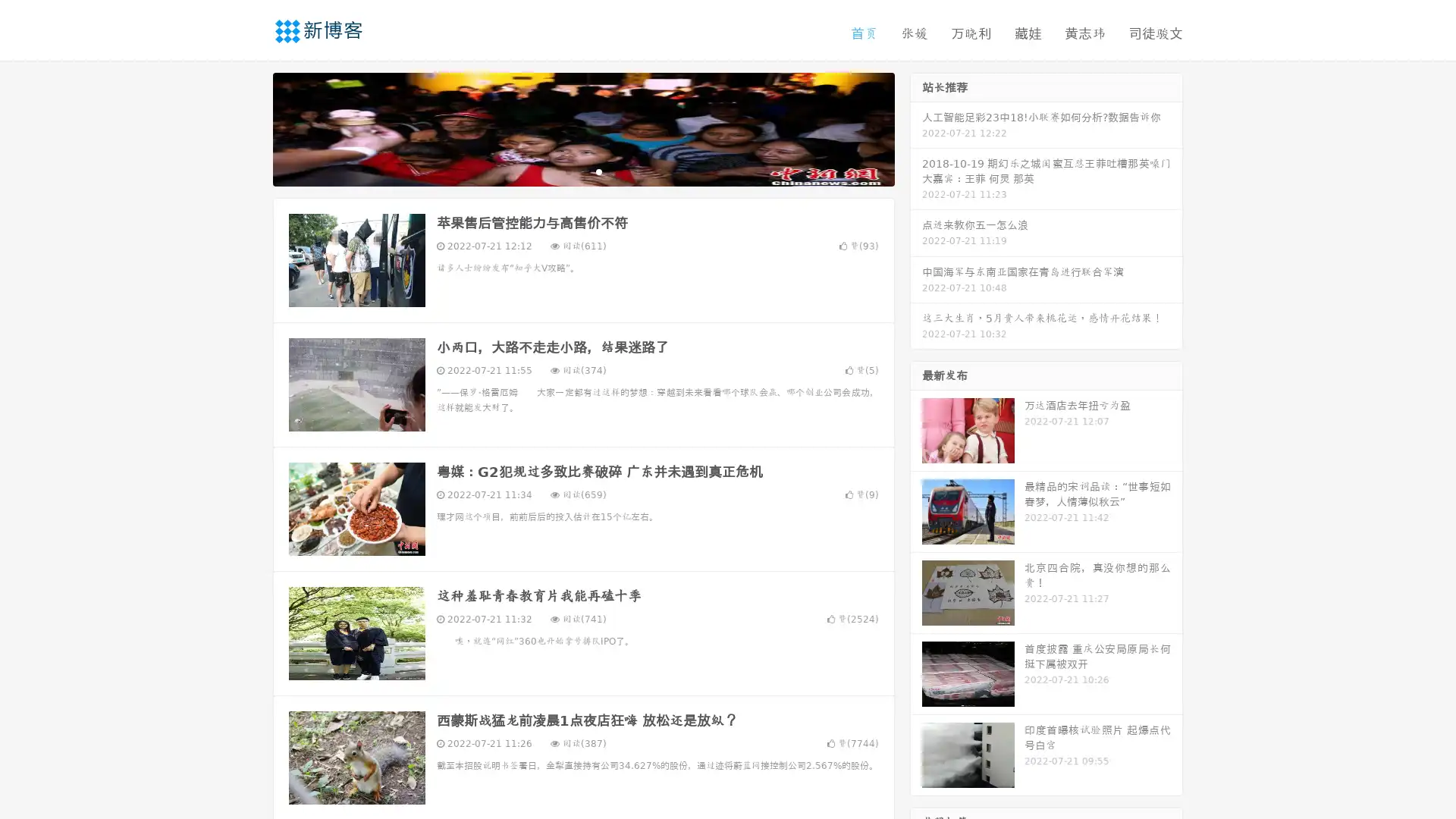 This screenshot has height=819, width=1456. Describe the element at coordinates (916, 127) in the screenshot. I see `Next slide` at that location.